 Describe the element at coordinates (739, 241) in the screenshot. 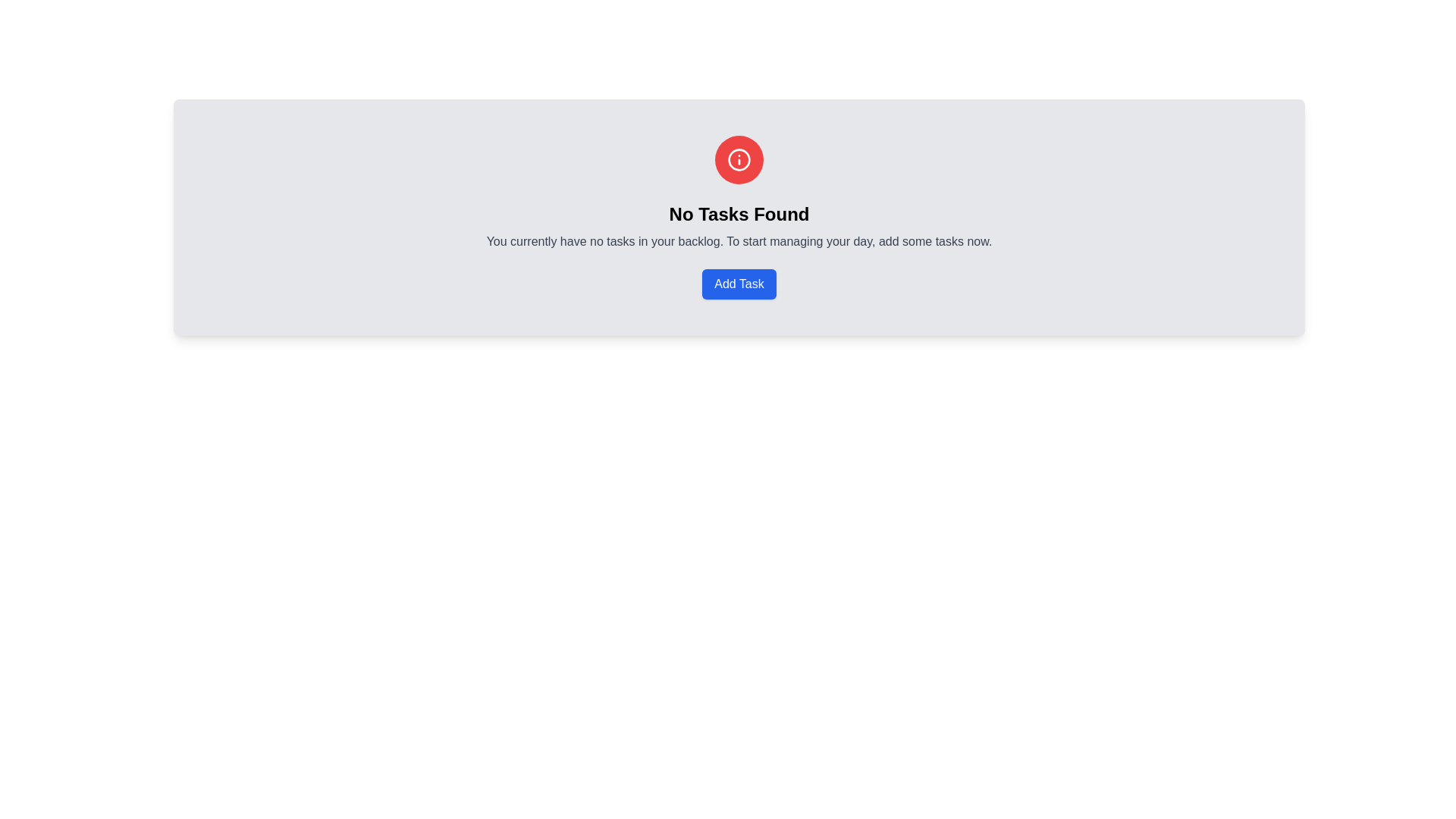

I see `the text element stating 'You currently have no tasks in your backlog. To start managing your day, add some tasks now.', which is located beneath the heading 'No Tasks Found' and above the 'Add Task' button` at that location.